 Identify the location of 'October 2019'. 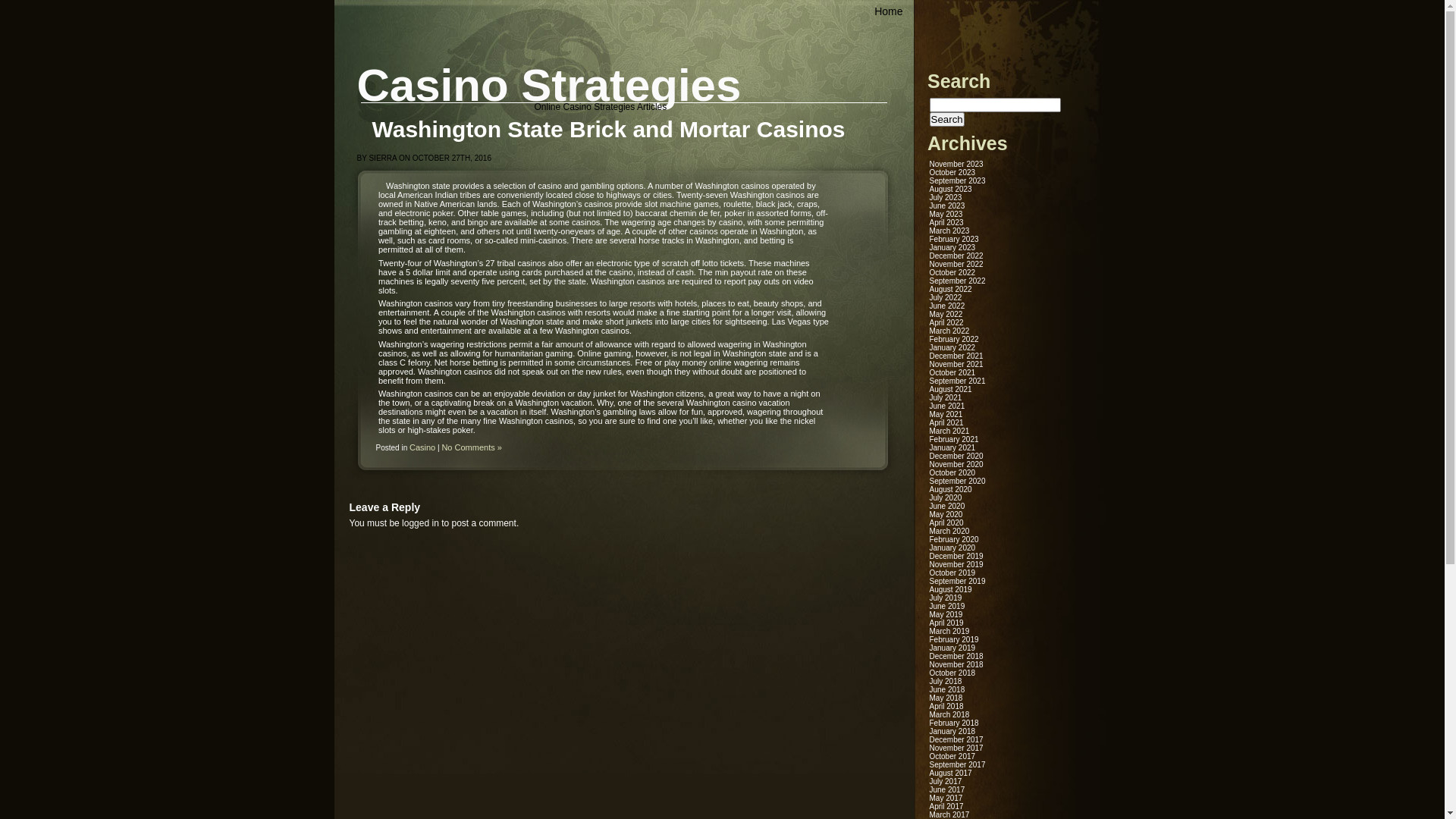
(952, 573).